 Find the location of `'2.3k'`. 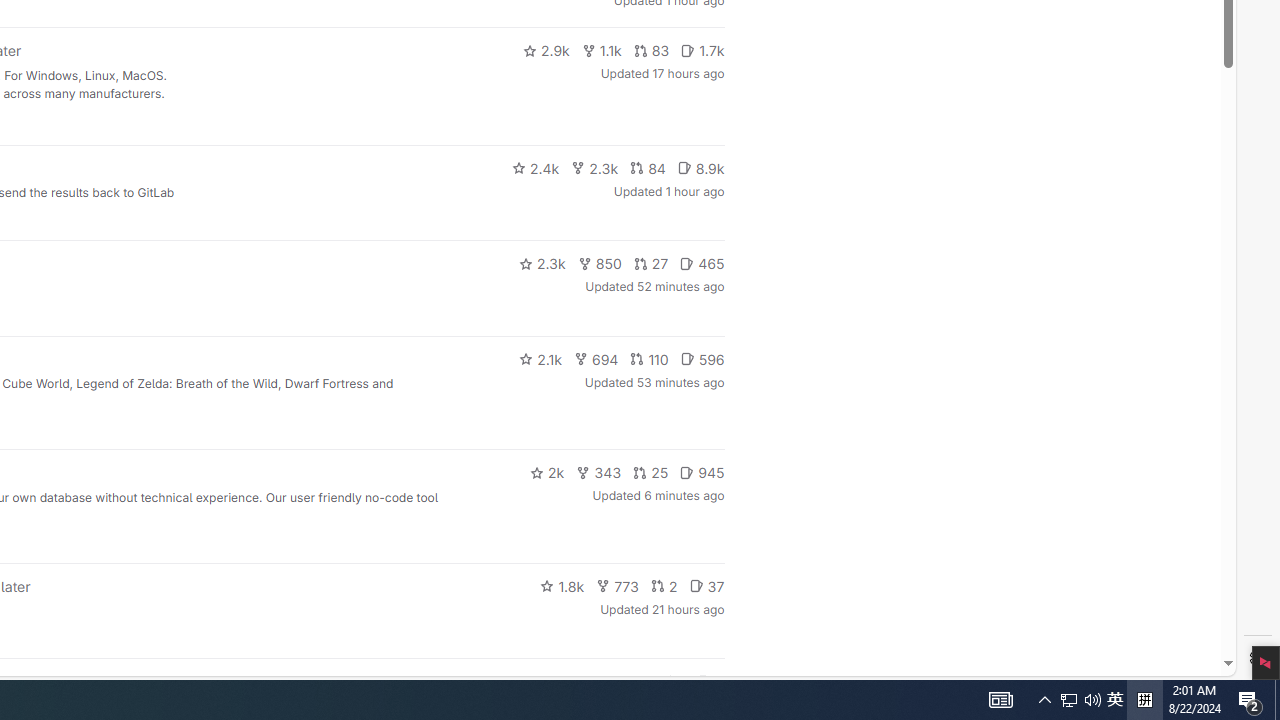

'2.3k' is located at coordinates (542, 262).